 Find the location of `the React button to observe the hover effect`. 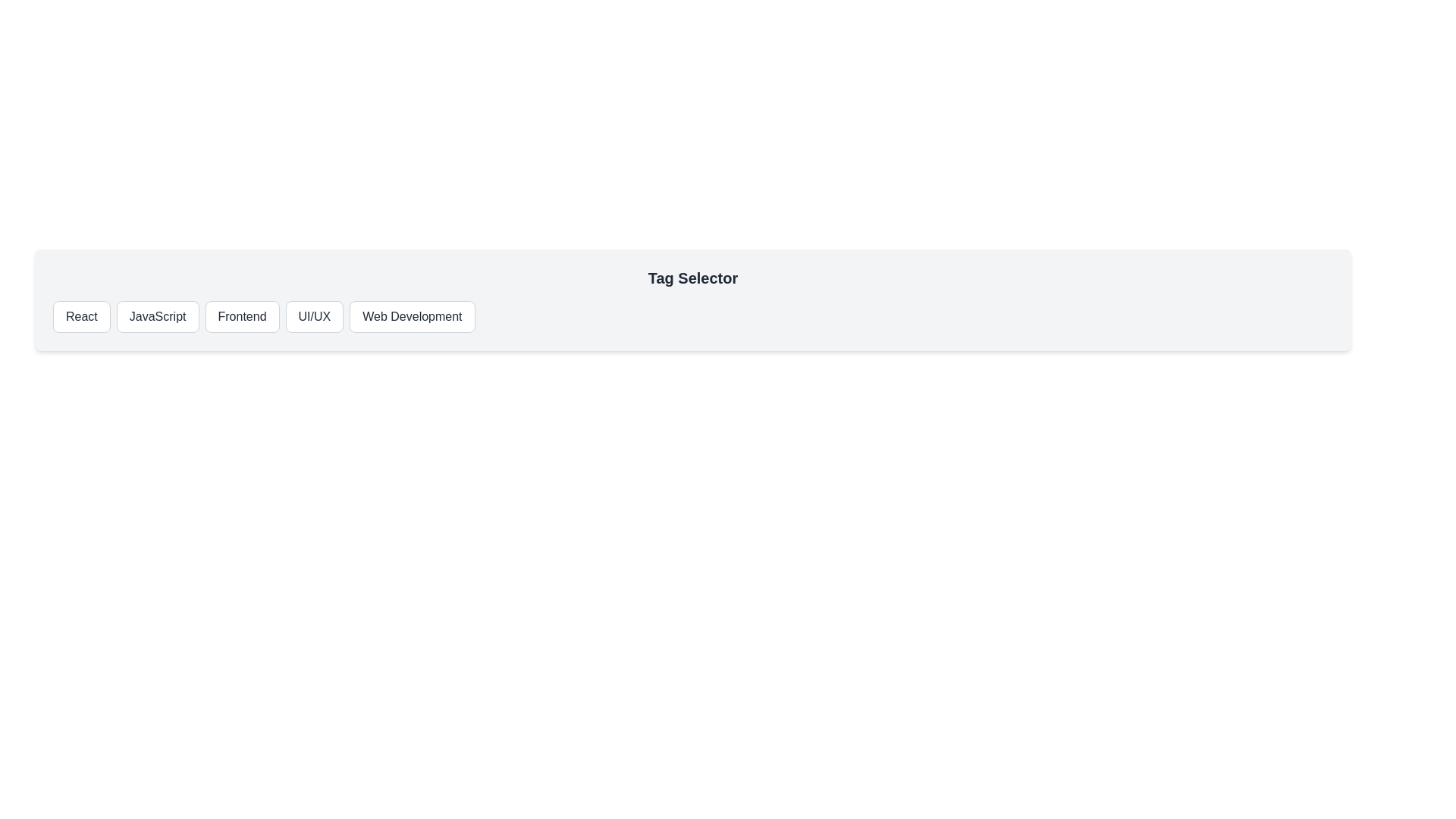

the React button to observe the hover effect is located at coordinates (80, 315).